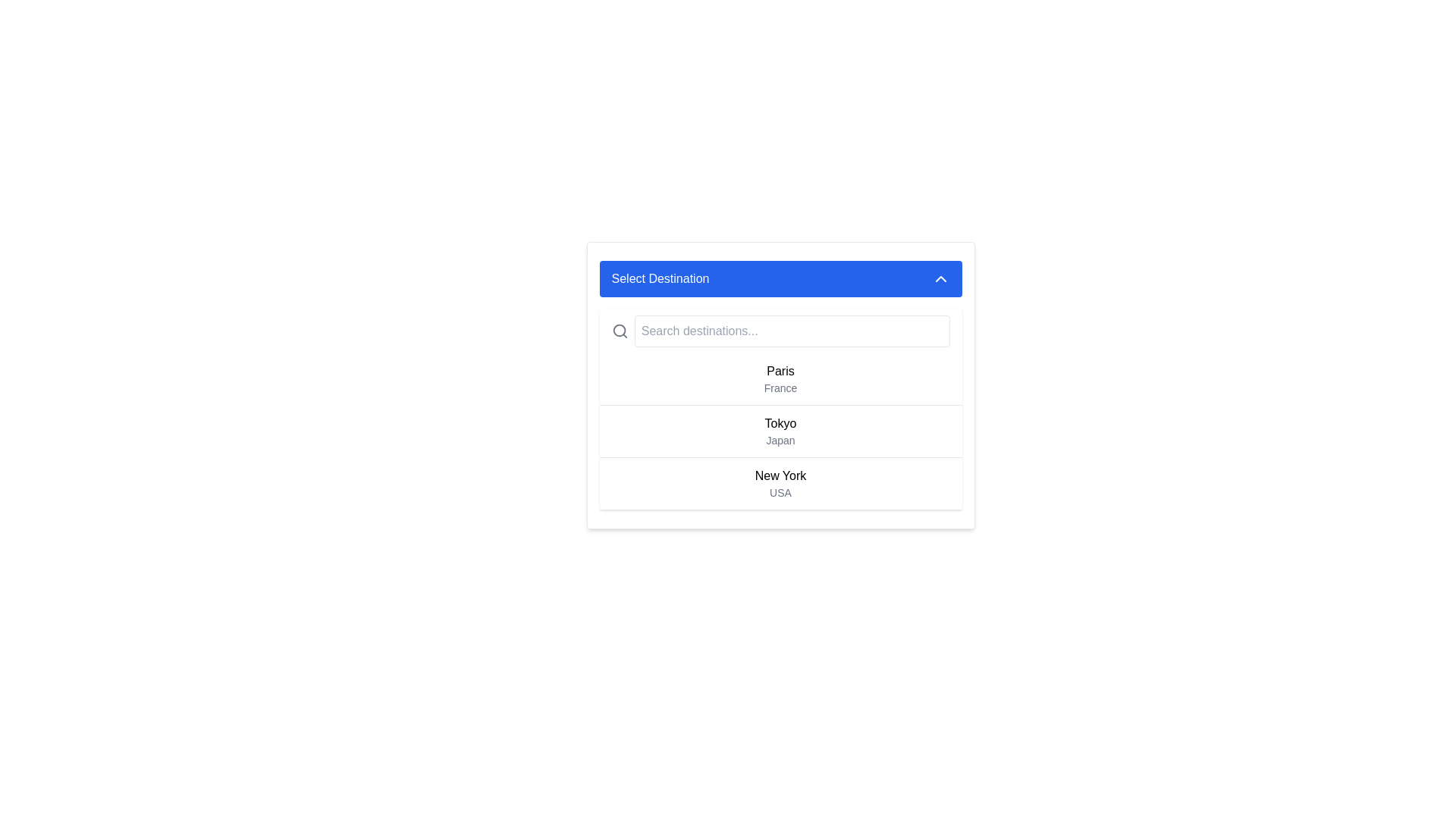  Describe the element at coordinates (660, 278) in the screenshot. I see `text from the Text Label that indicates the purpose of the dropdown menu for selecting a destination, located at the top of the menu component, centered horizontally and aligned to the left edge` at that location.